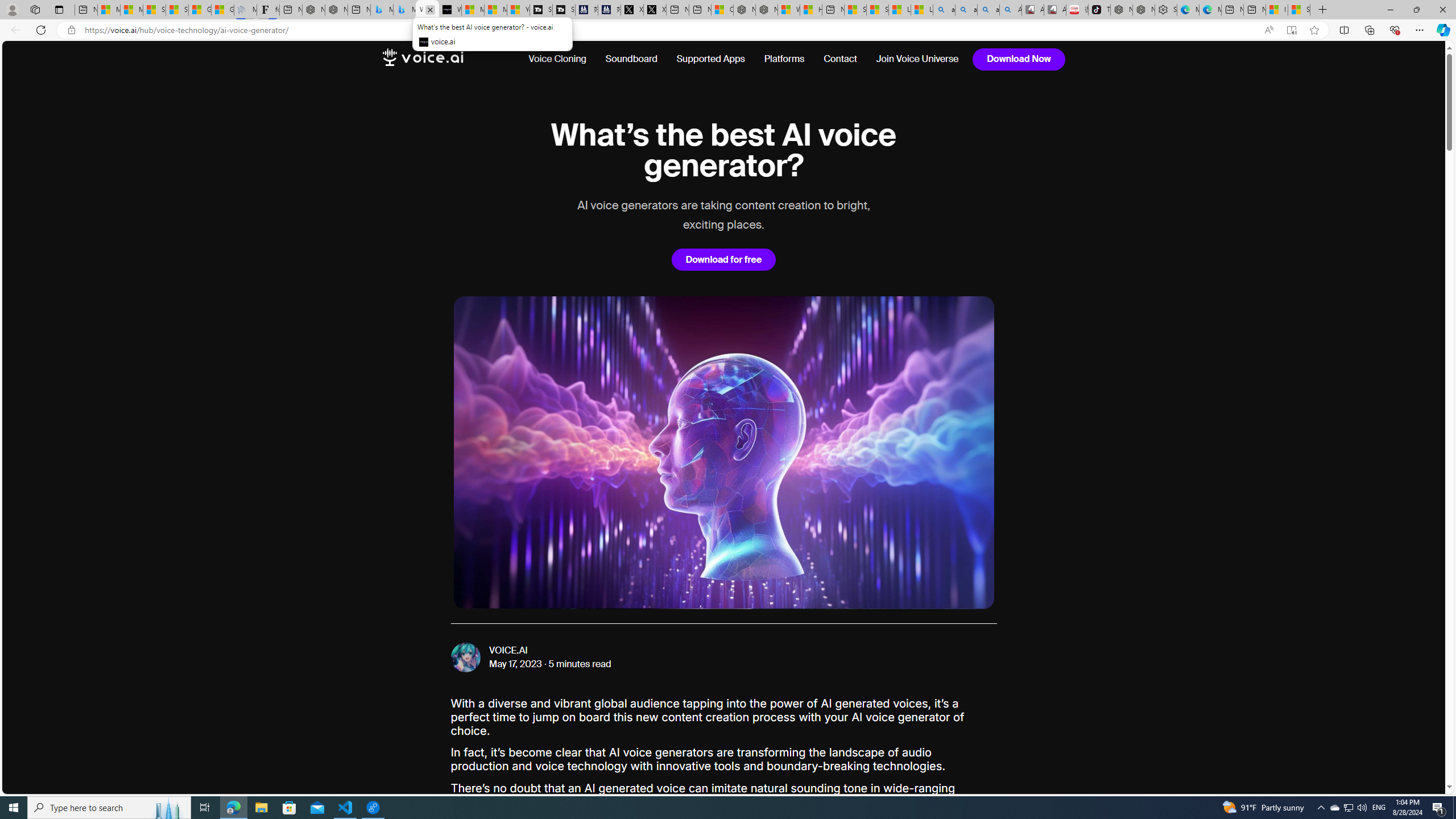  I want to click on 'TikTok', so click(1099, 9).